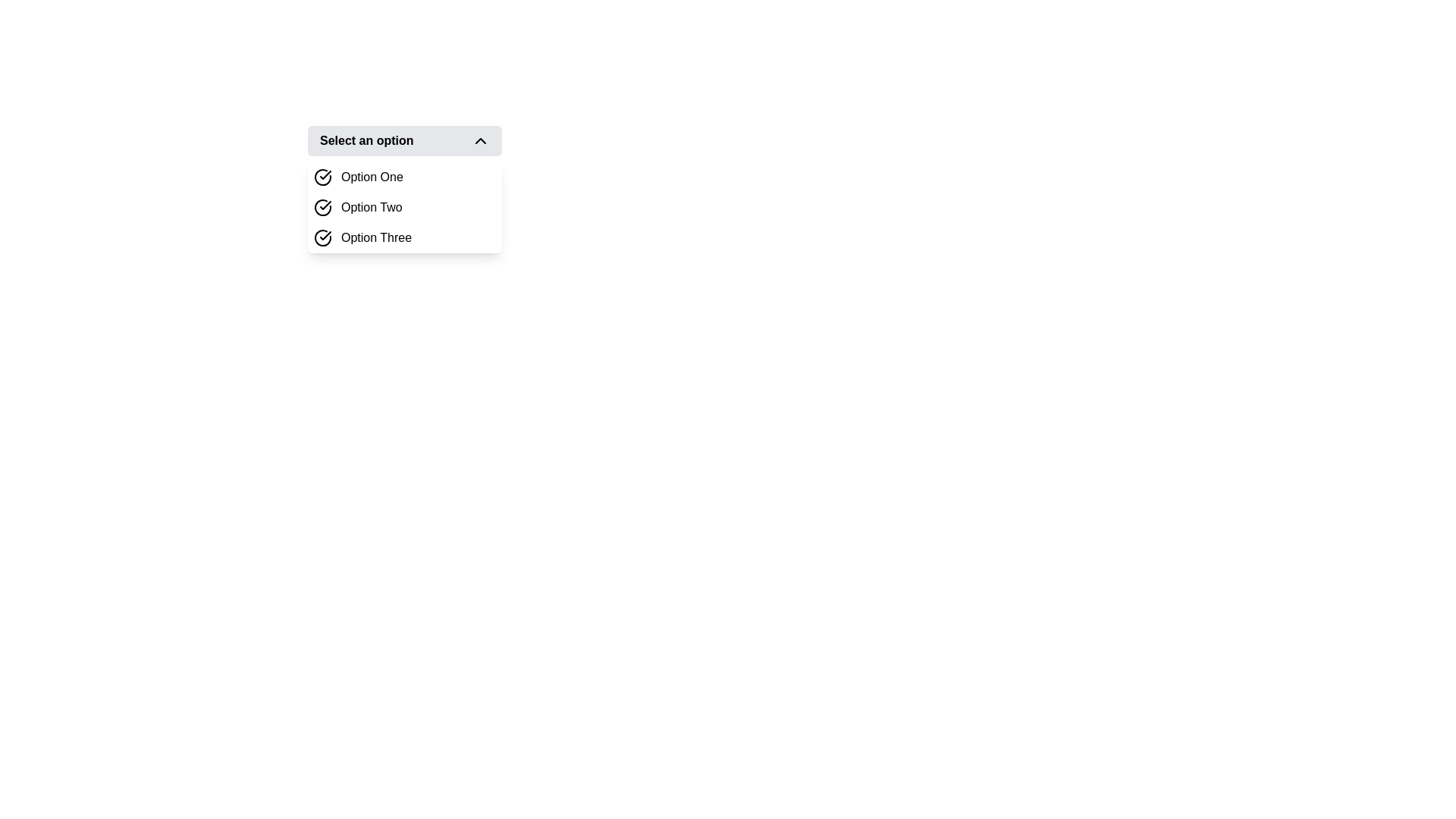 The height and width of the screenshot is (819, 1456). I want to click on the second text label in the dropdown menu, so click(372, 207).